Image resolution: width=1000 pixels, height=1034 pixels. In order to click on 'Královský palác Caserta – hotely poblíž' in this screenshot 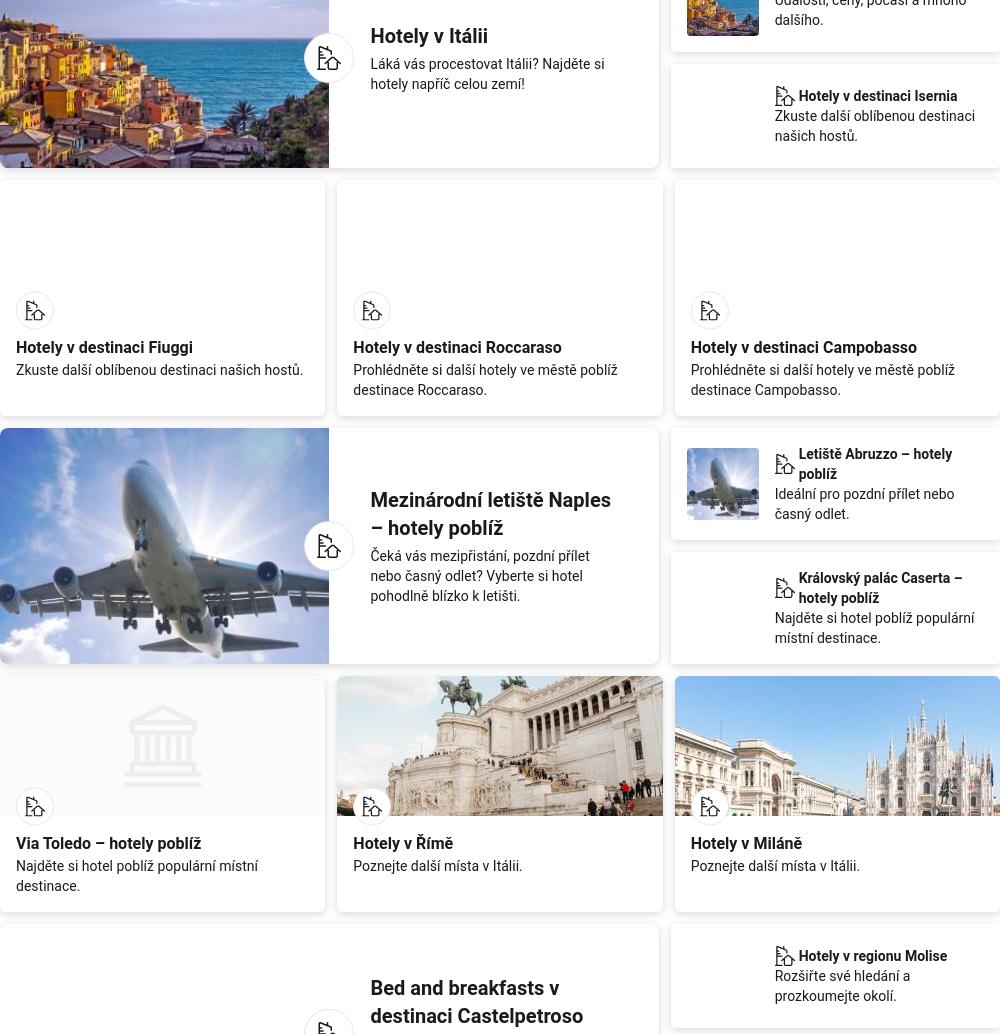, I will do `click(880, 587)`.